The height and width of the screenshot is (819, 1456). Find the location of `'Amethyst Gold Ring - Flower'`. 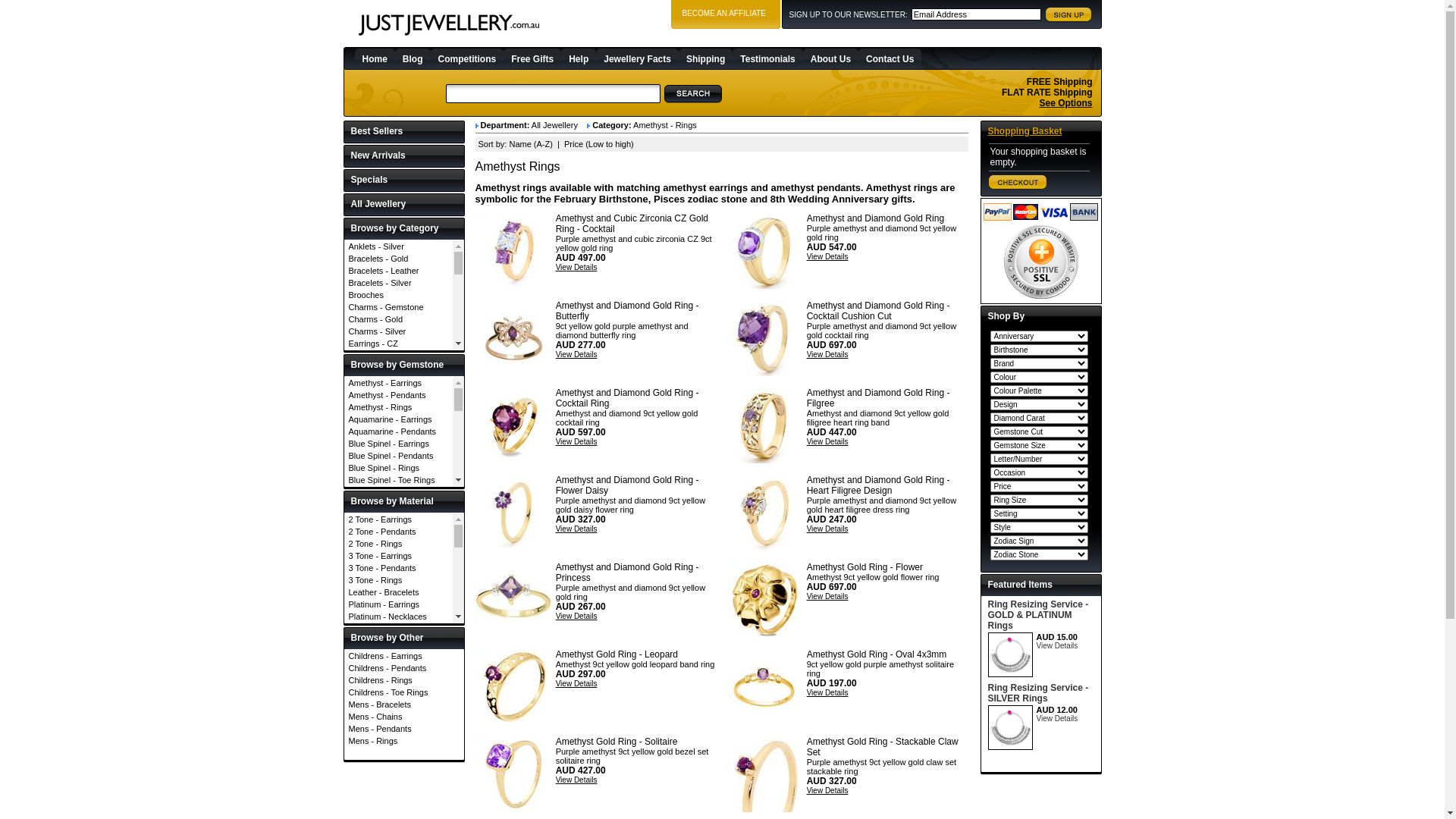

'Amethyst Gold Ring - Flower' is located at coordinates (764, 598).